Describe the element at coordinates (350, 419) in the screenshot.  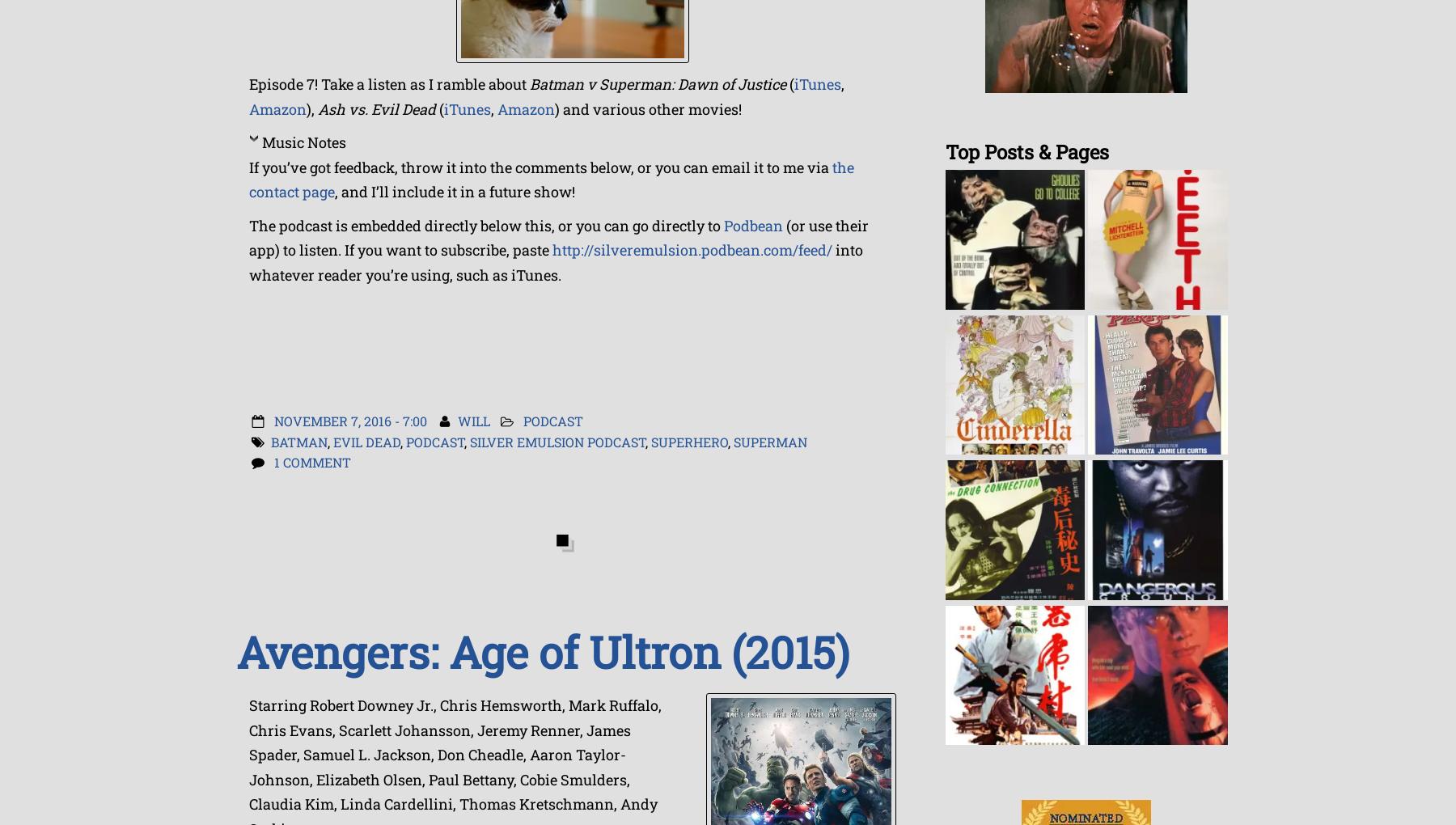
I see `'November 7, 2016 - 7:00'` at that location.